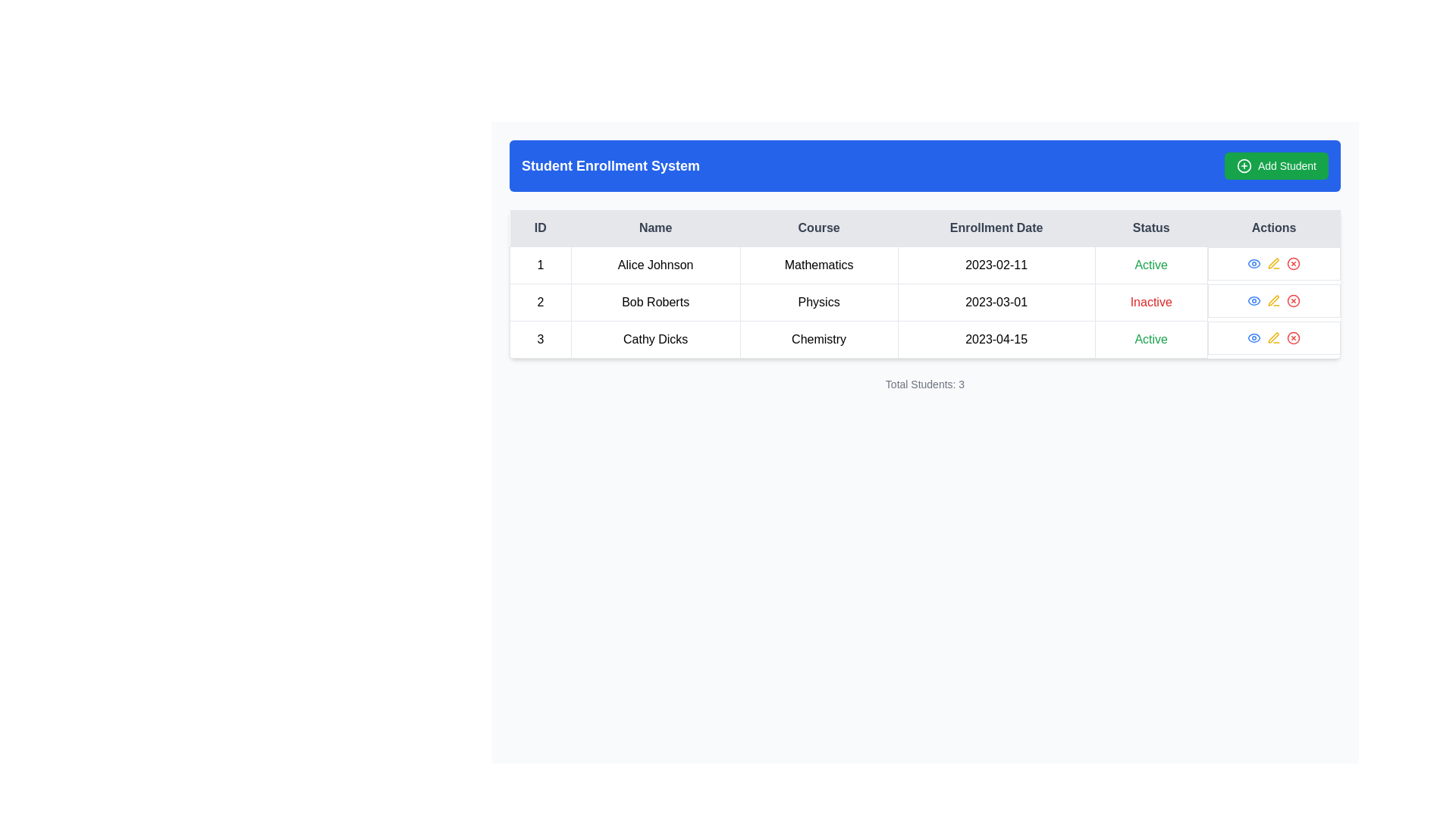 Image resolution: width=1456 pixels, height=819 pixels. I want to click on the red circular delete button with a white cross located in the 'Actions' column of the first row of the table to possibly reveal additional information, so click(1293, 262).